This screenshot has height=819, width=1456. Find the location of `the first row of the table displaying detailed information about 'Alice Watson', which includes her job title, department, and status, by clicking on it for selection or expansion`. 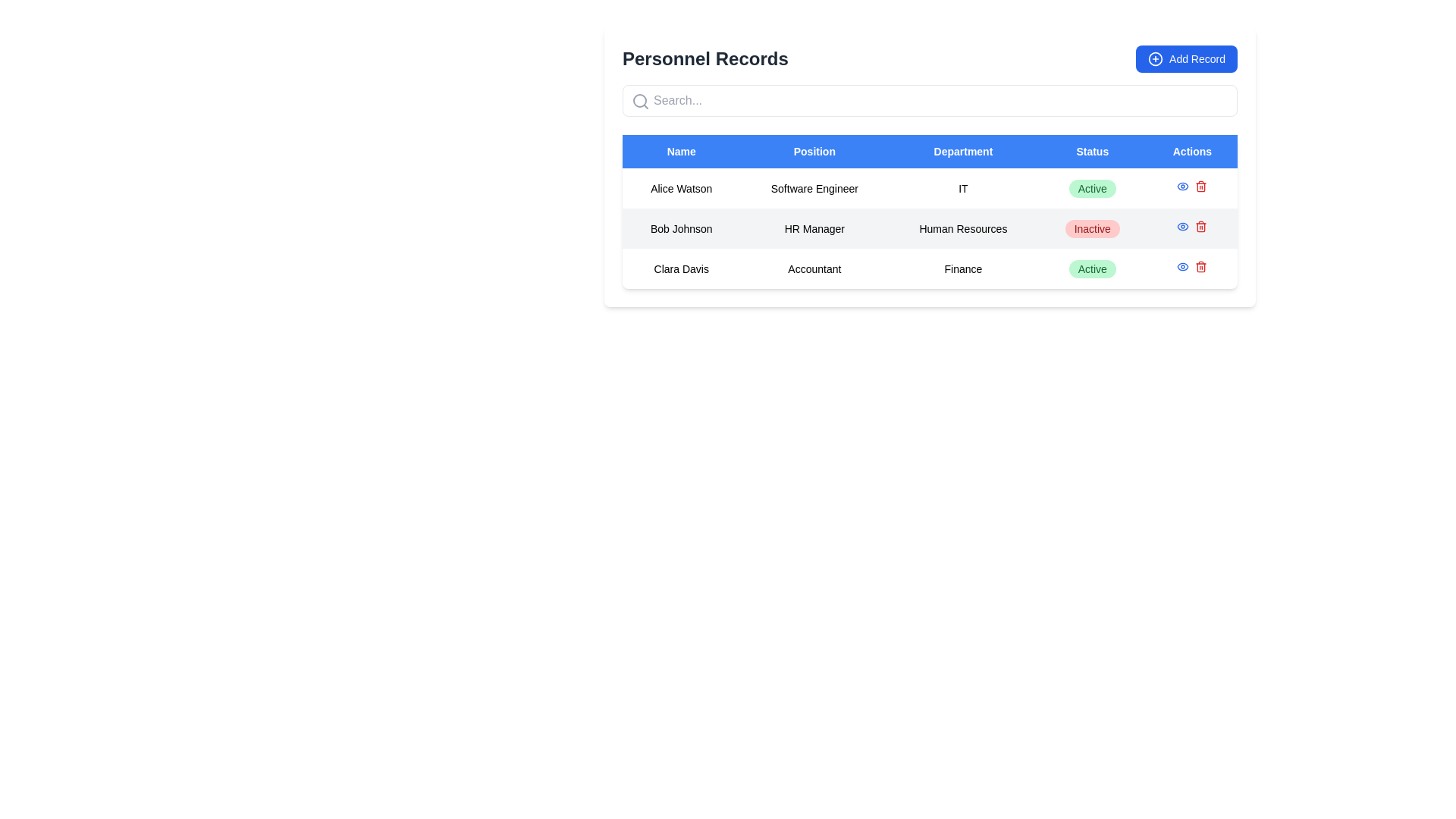

the first row of the table displaying detailed information about 'Alice Watson', which includes her job title, department, and status, by clicking on it for selection or expansion is located at coordinates (929, 187).